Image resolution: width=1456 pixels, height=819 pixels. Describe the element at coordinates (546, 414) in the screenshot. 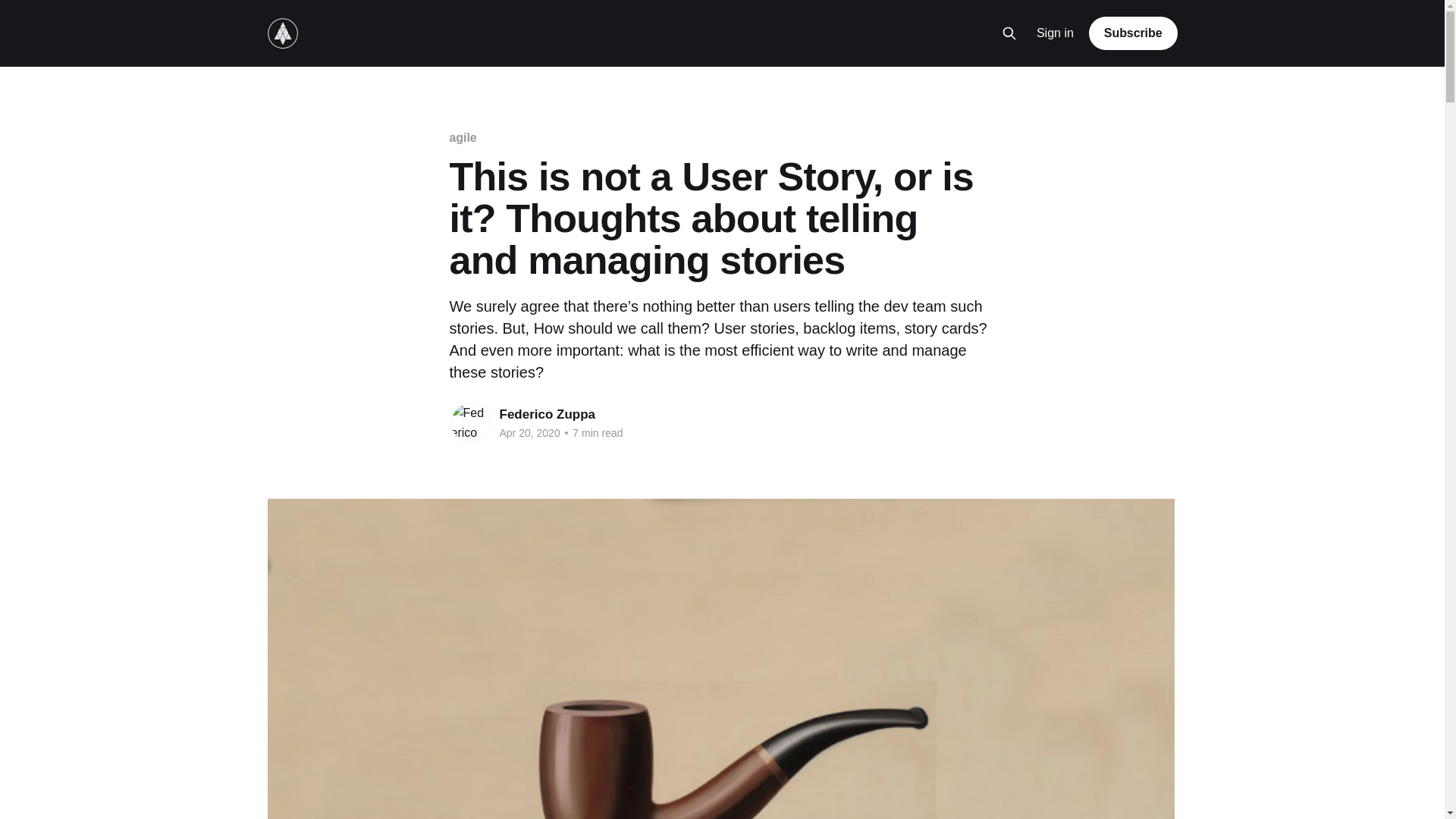

I see `'Federico Zuppa'` at that location.